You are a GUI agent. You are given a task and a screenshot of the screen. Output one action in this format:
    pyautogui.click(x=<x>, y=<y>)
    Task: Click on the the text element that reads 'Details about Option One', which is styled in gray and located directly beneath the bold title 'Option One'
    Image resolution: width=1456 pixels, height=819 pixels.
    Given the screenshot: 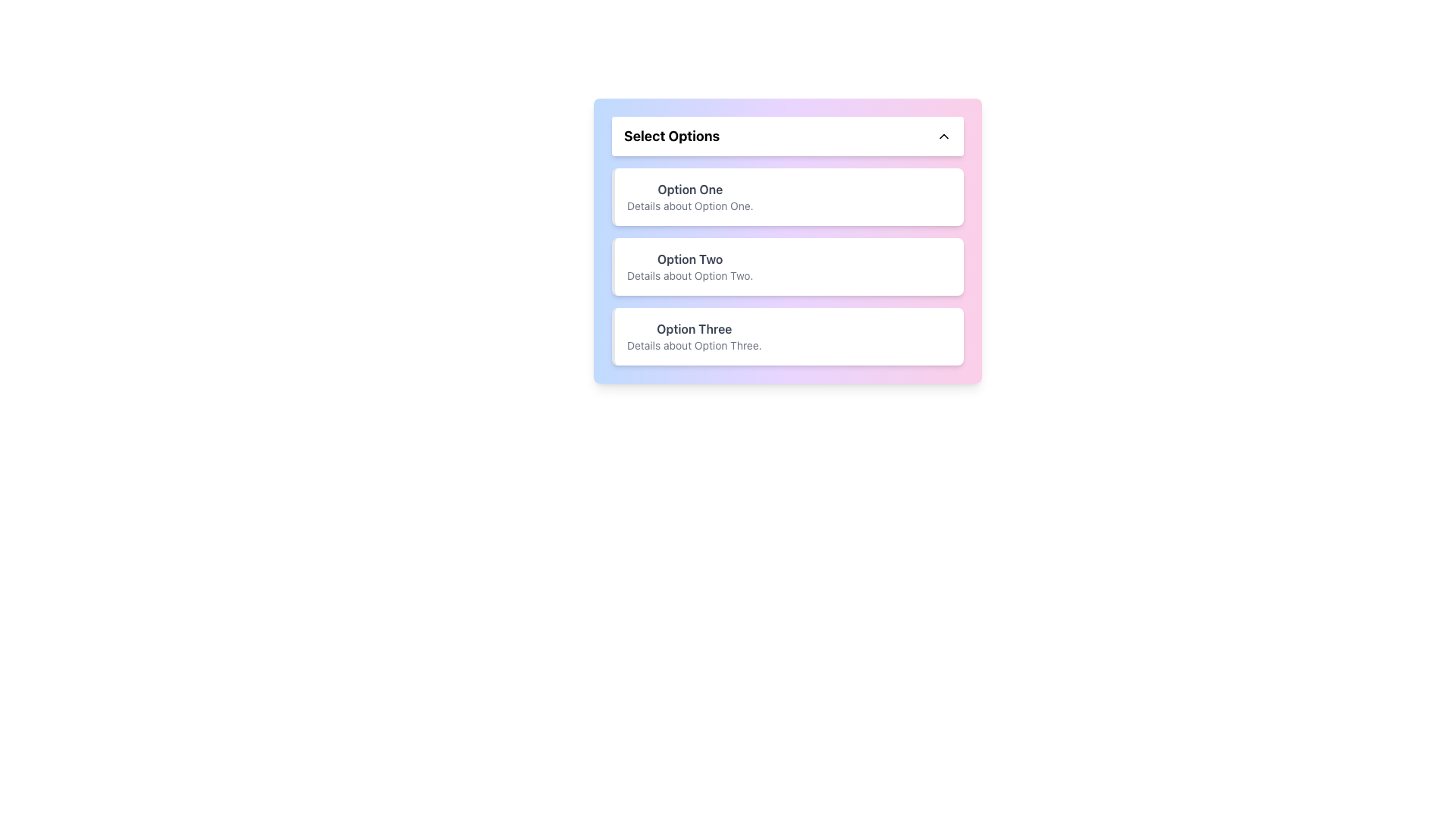 What is the action you would take?
    pyautogui.click(x=689, y=206)
    